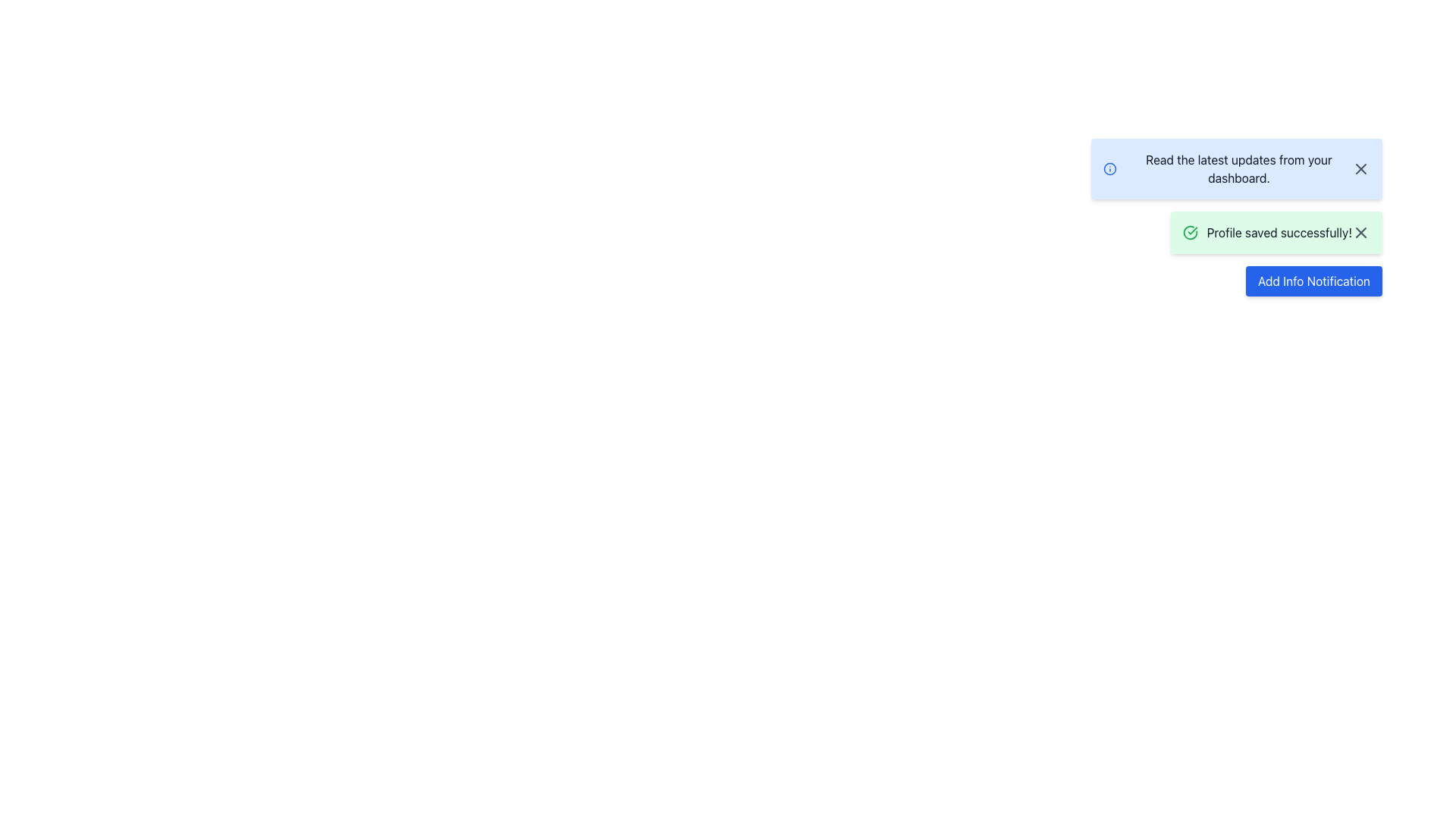 Image resolution: width=1456 pixels, height=819 pixels. I want to click on the notification box text to read the update message displayed, so click(1237, 169).